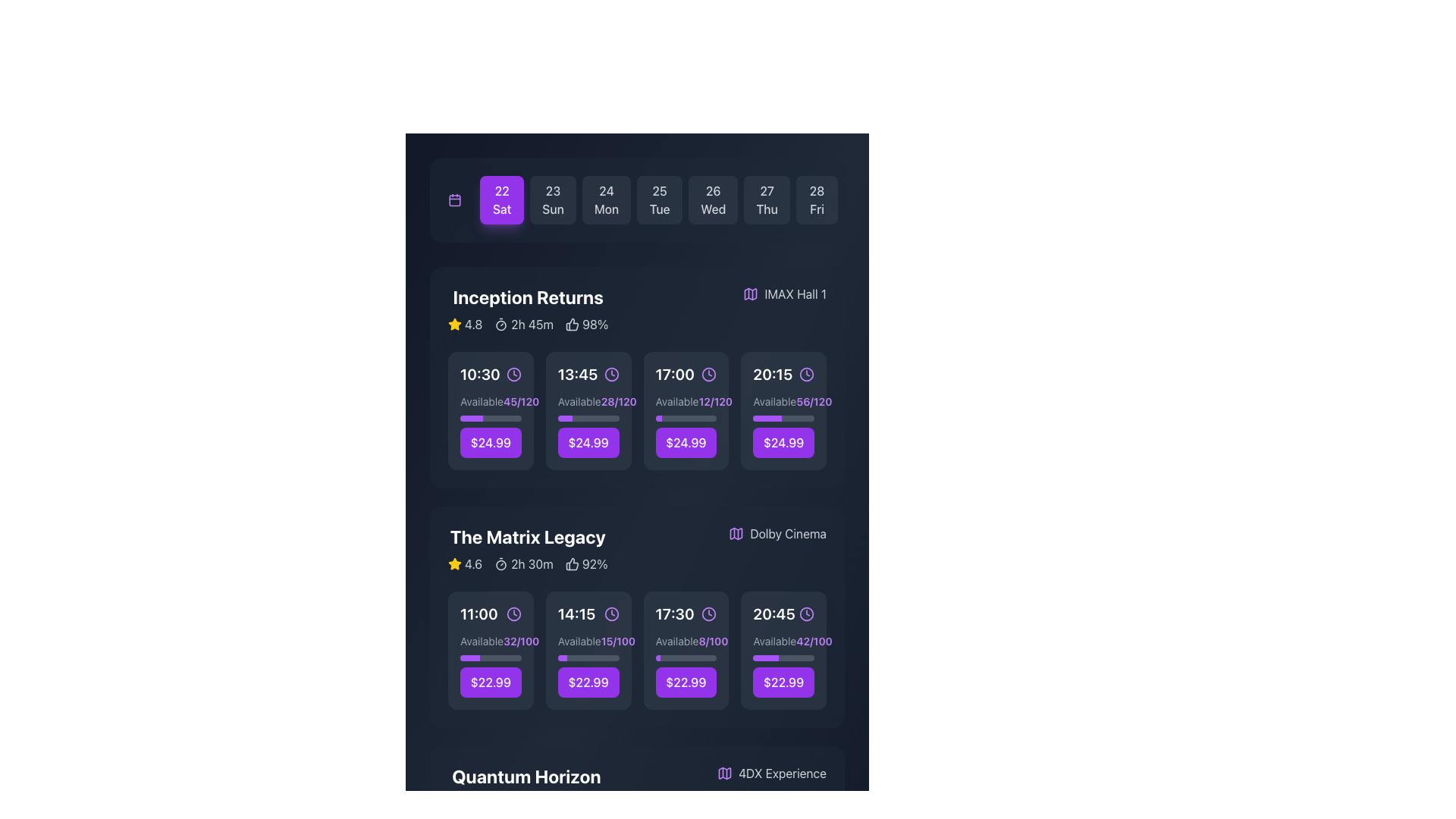 The width and height of the screenshot is (1456, 819). I want to click on the purchase button located in the 'Inception Returns' section under the '22 Sat' date for accessibility purposes, so click(491, 442).